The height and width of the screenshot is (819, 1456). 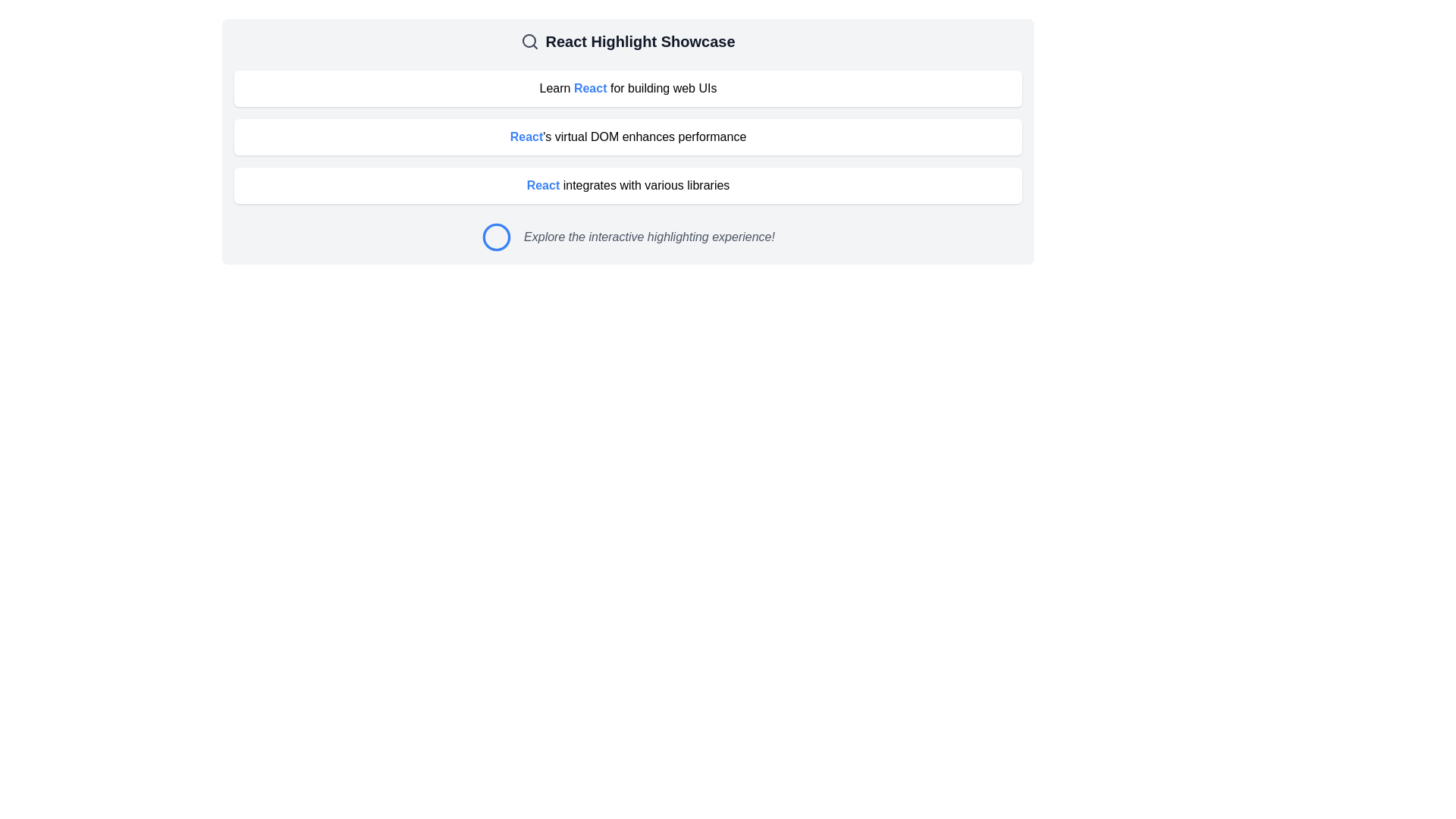 I want to click on the magnifying glass icon representing the search functionality, so click(x=530, y=40).